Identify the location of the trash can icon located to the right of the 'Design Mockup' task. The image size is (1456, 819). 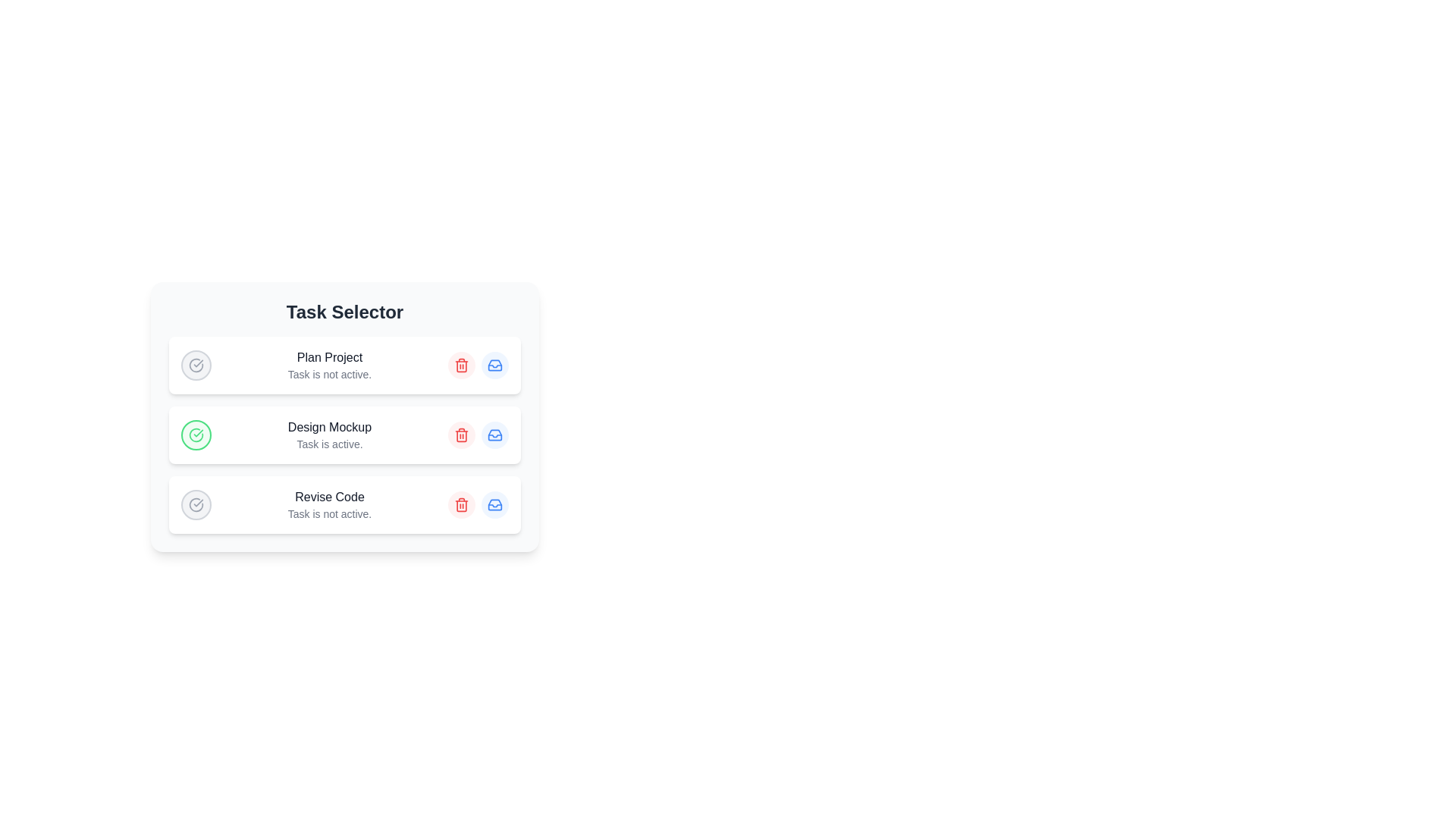
(461, 435).